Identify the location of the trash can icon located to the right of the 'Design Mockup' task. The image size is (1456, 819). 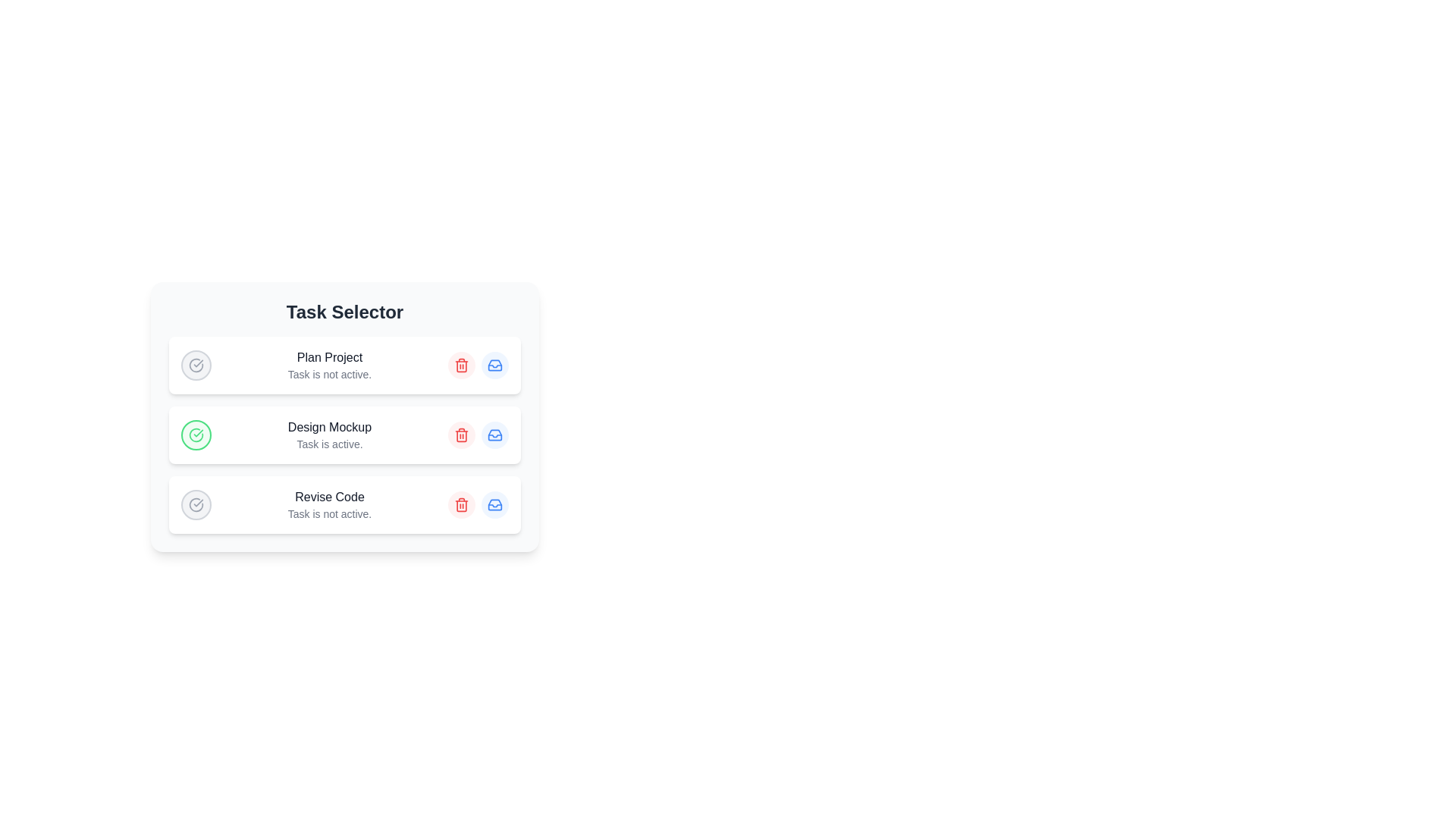
(461, 435).